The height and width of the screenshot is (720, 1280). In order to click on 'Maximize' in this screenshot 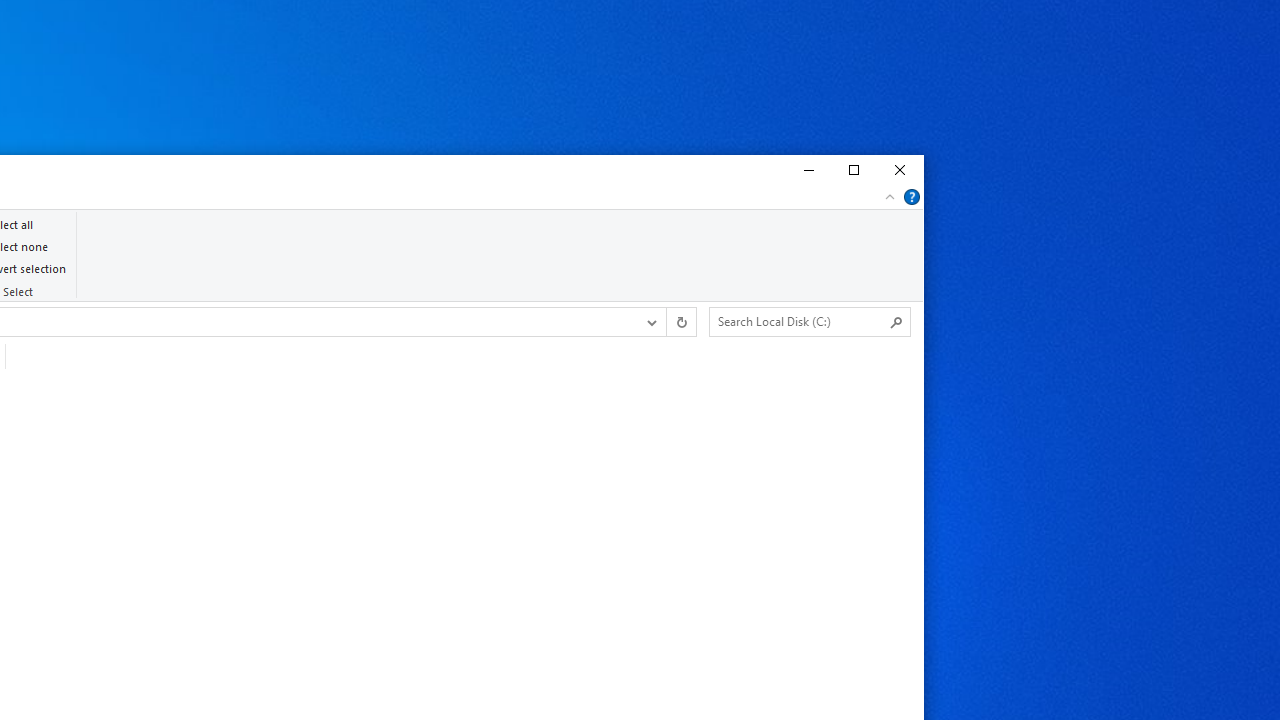, I will do `click(853, 170)`.